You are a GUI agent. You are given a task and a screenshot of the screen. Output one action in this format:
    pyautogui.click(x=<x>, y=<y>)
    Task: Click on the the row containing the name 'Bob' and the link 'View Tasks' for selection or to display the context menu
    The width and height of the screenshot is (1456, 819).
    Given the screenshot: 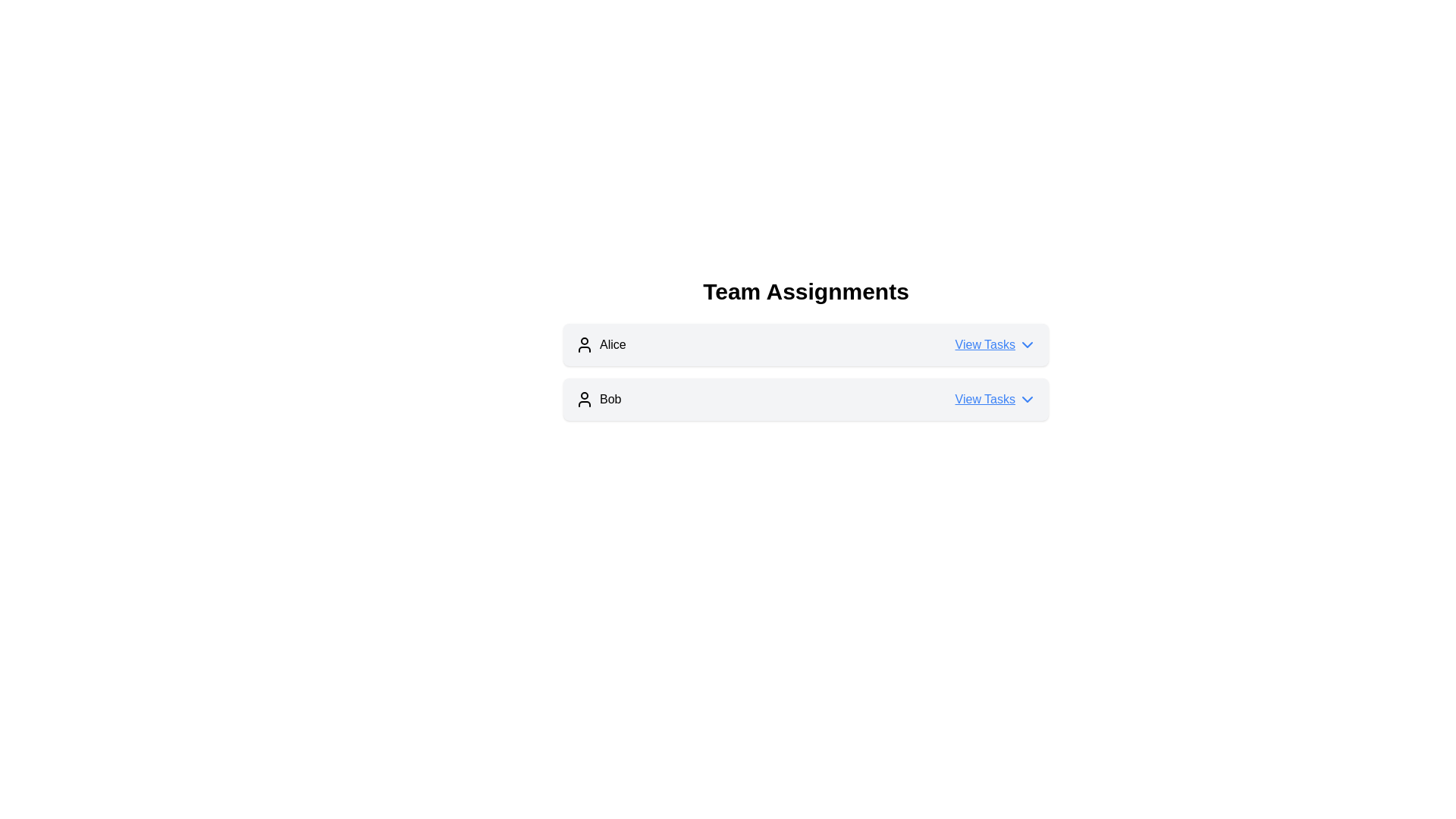 What is the action you would take?
    pyautogui.click(x=805, y=399)
    